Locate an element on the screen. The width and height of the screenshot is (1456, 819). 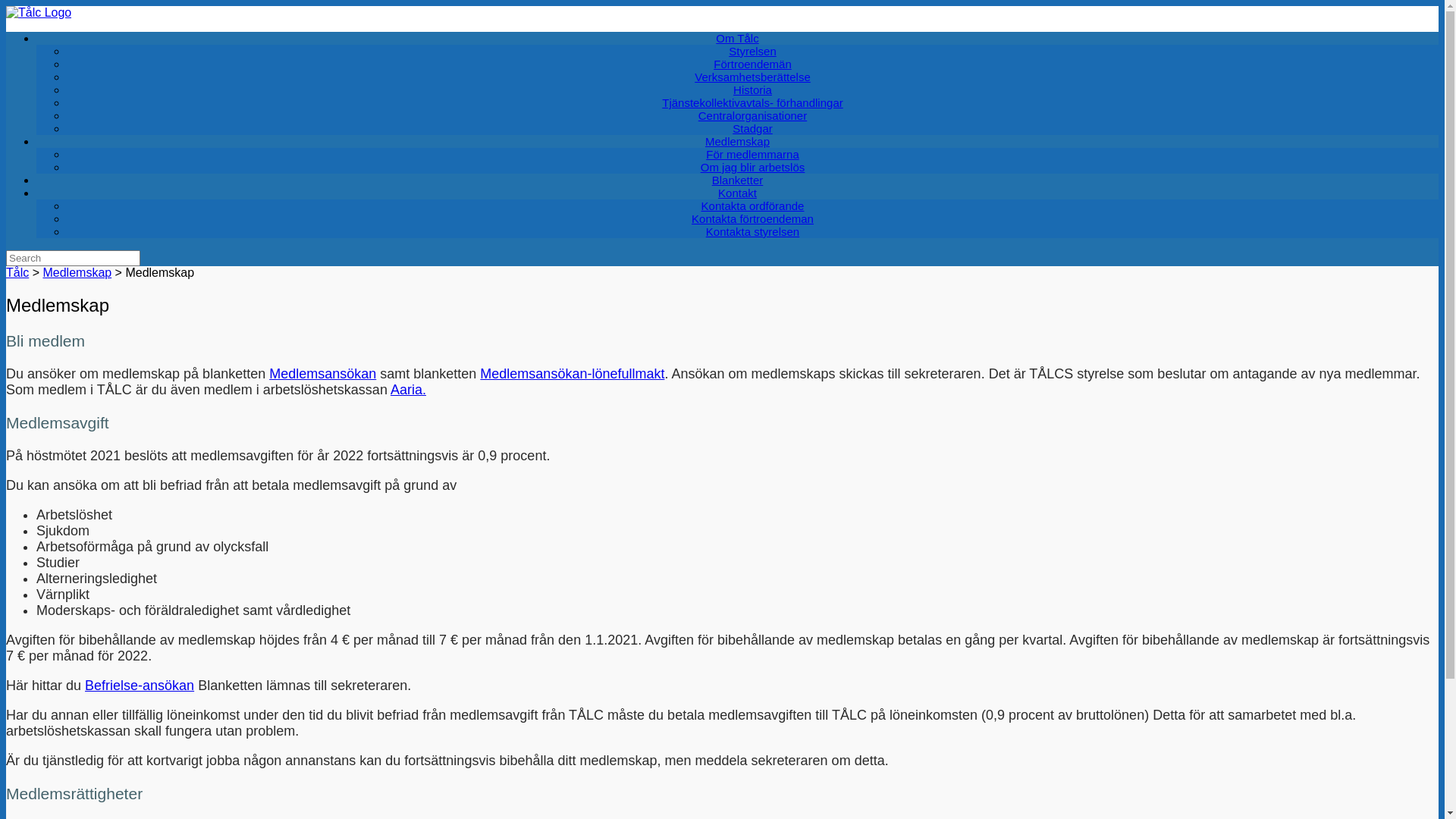
'Historia' is located at coordinates (709, 89).